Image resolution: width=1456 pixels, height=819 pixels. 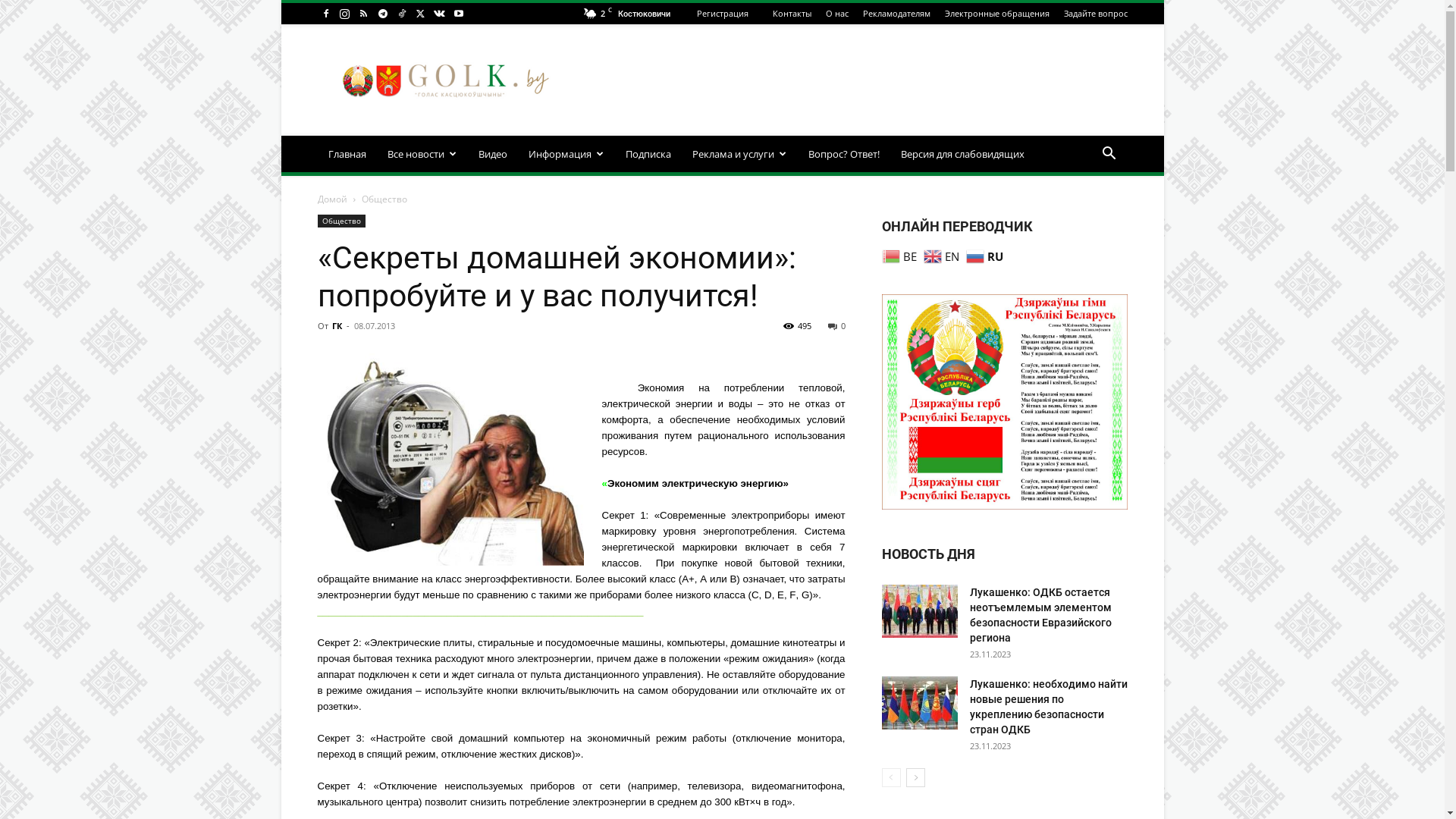 I want to click on 'Telegram', so click(x=382, y=13).